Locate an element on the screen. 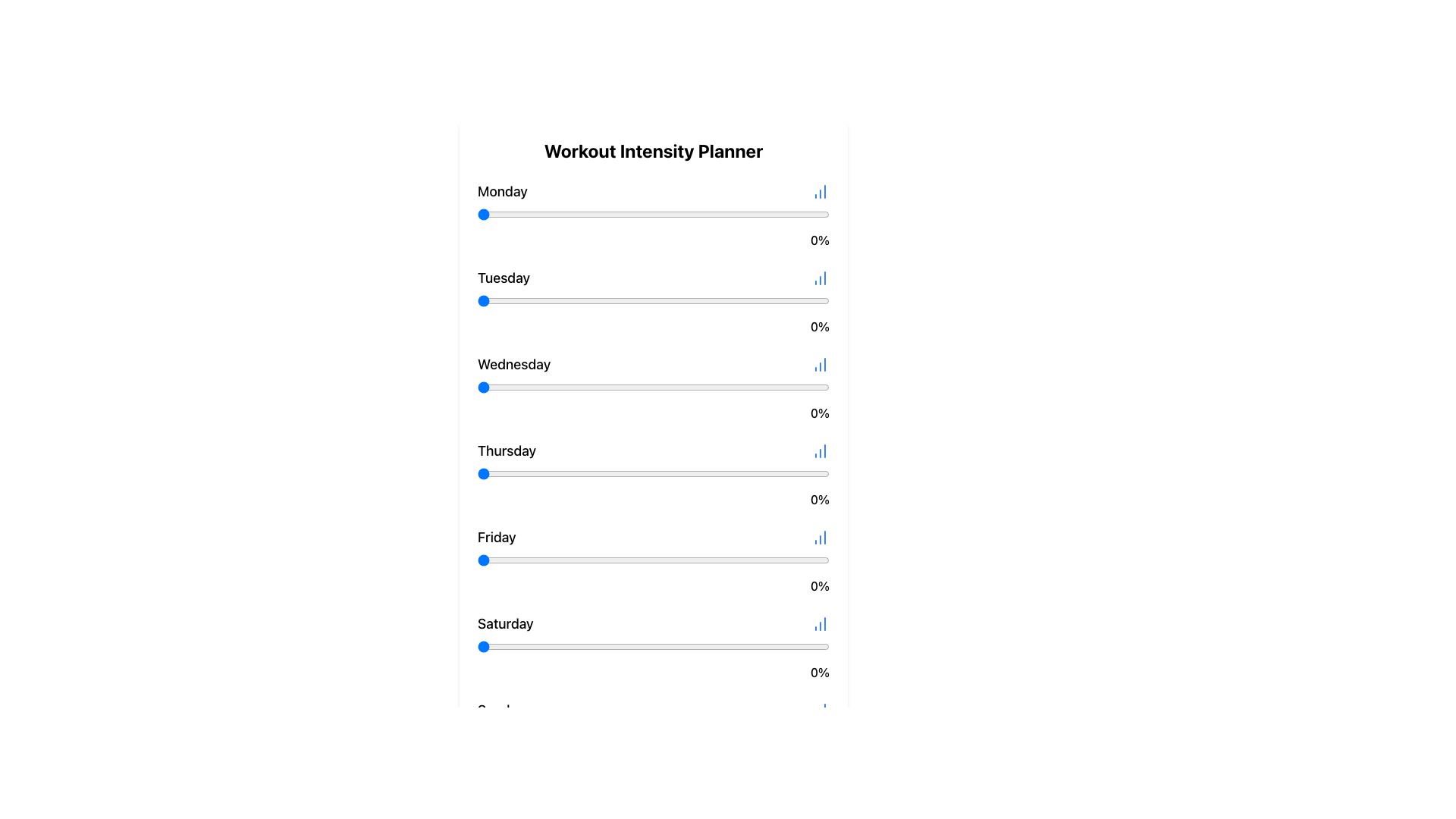  the icon that serves as a visual indicator for viewing or interacting with data related to the workout intensity for Tuesday, positioned to the far right of the 'Tuesday' label in the 'Workout Intensity Planner' interface is located at coordinates (819, 278).